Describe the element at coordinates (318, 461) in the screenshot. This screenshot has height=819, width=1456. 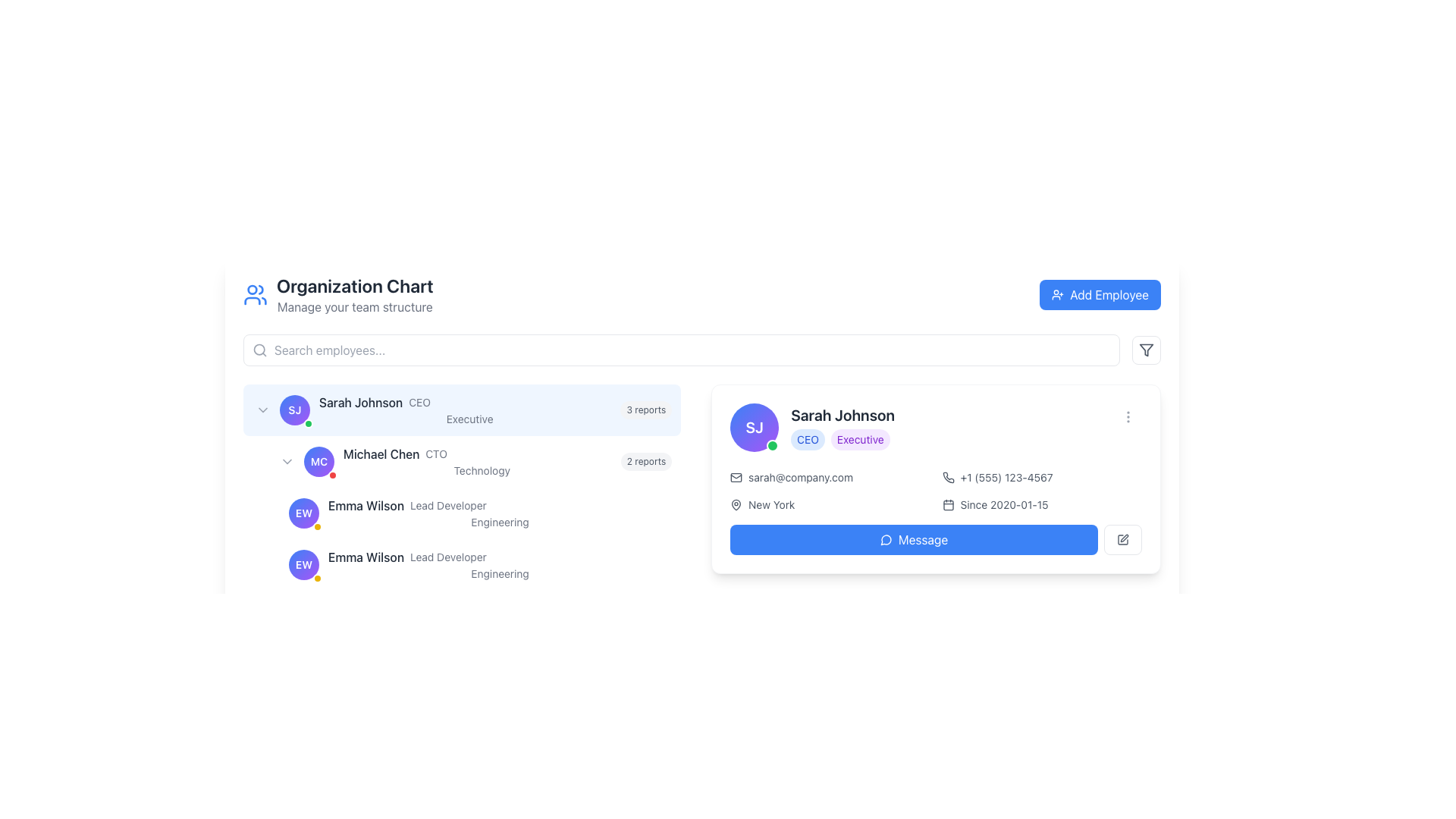
I see `the Avatar with initials representing the user 'Michael Chen', located in the left pane of the organizational chart, directly to the left of the name 'Michael Chen' and his role 'CTO'` at that location.